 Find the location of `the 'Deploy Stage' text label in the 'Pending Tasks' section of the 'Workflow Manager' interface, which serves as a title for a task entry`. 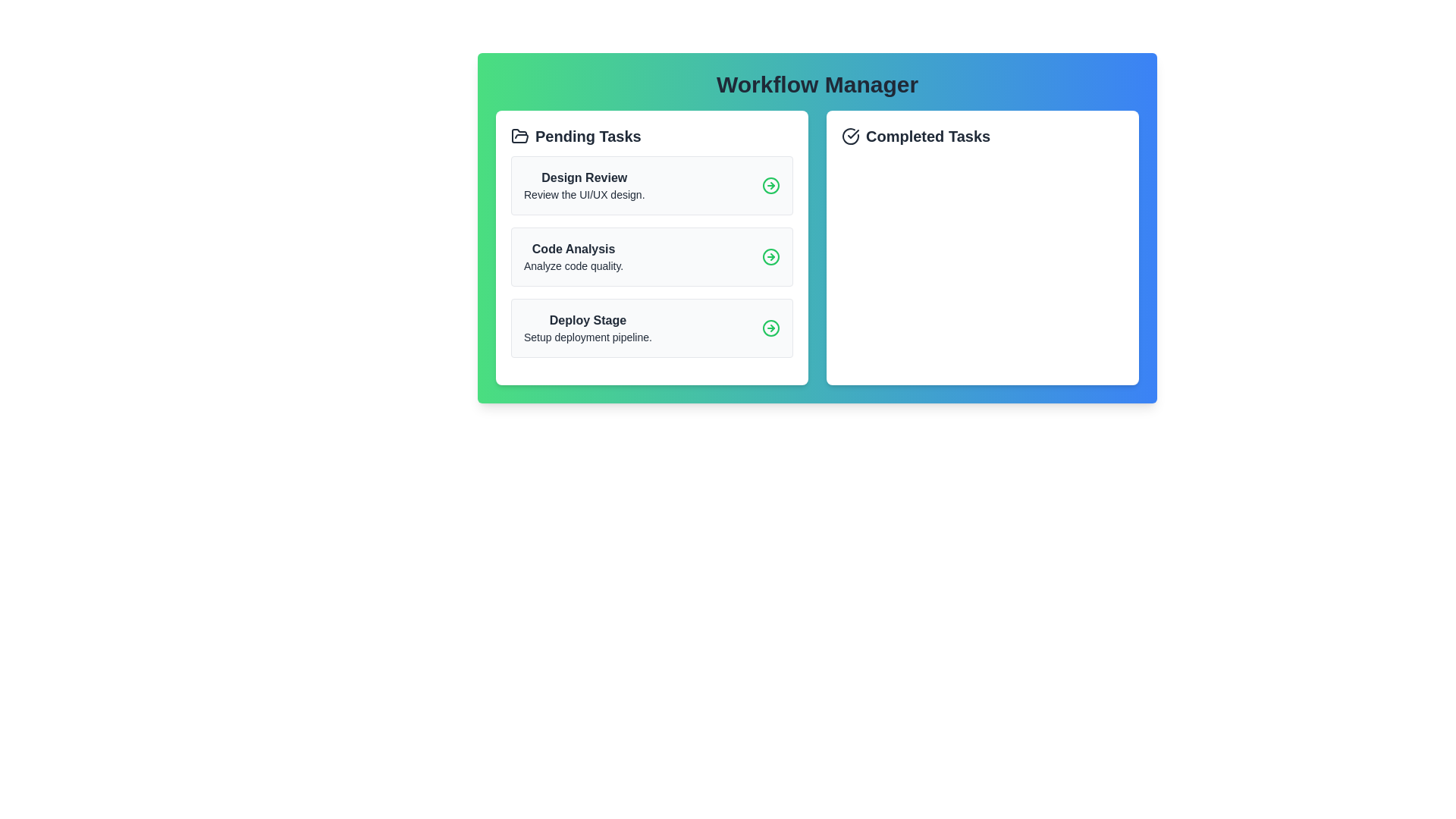

the 'Deploy Stage' text label in the 'Pending Tasks' section of the 'Workflow Manager' interface, which serves as a title for a task entry is located at coordinates (587, 320).